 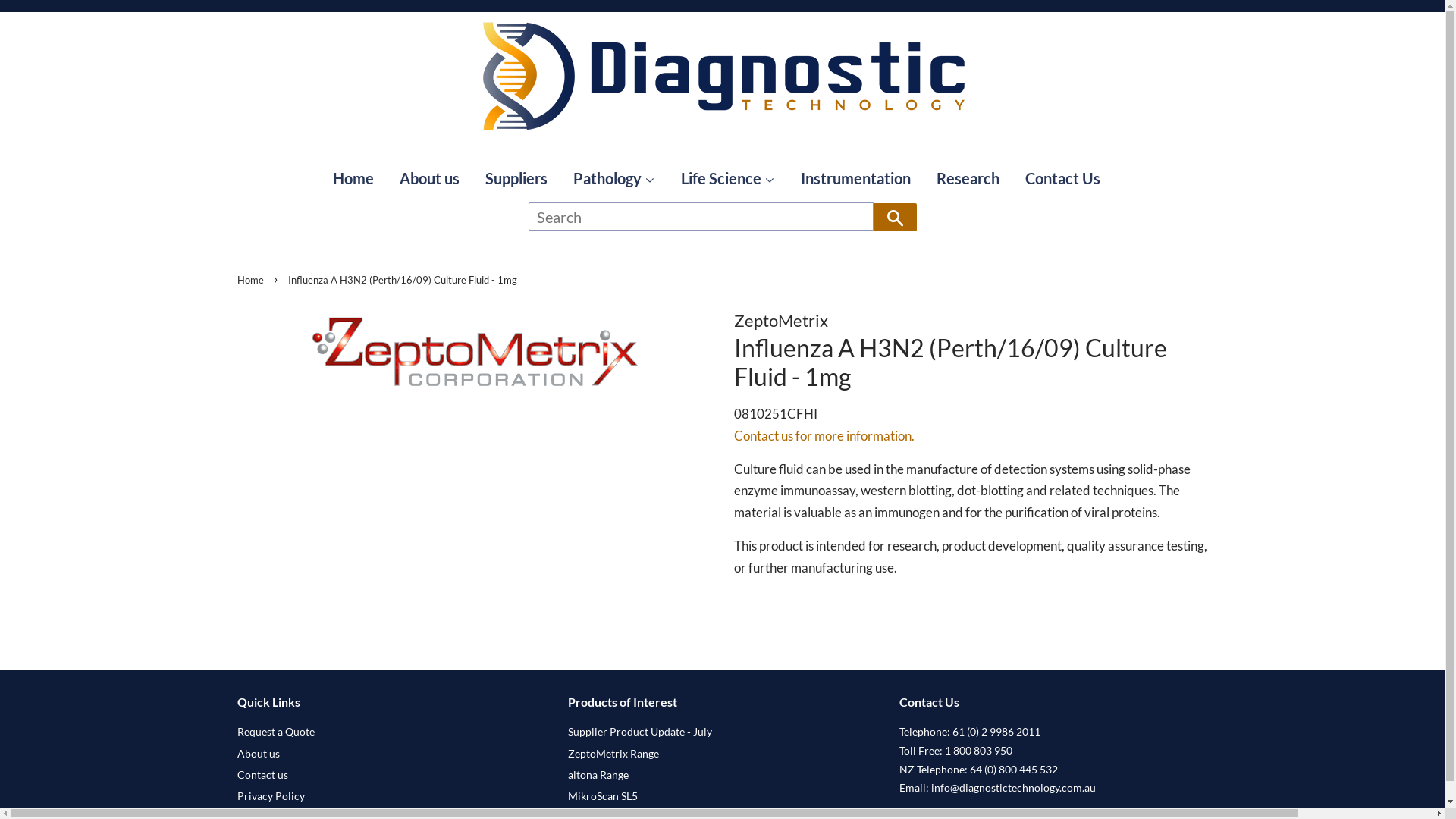 I want to click on 'Search', so click(x=874, y=217).